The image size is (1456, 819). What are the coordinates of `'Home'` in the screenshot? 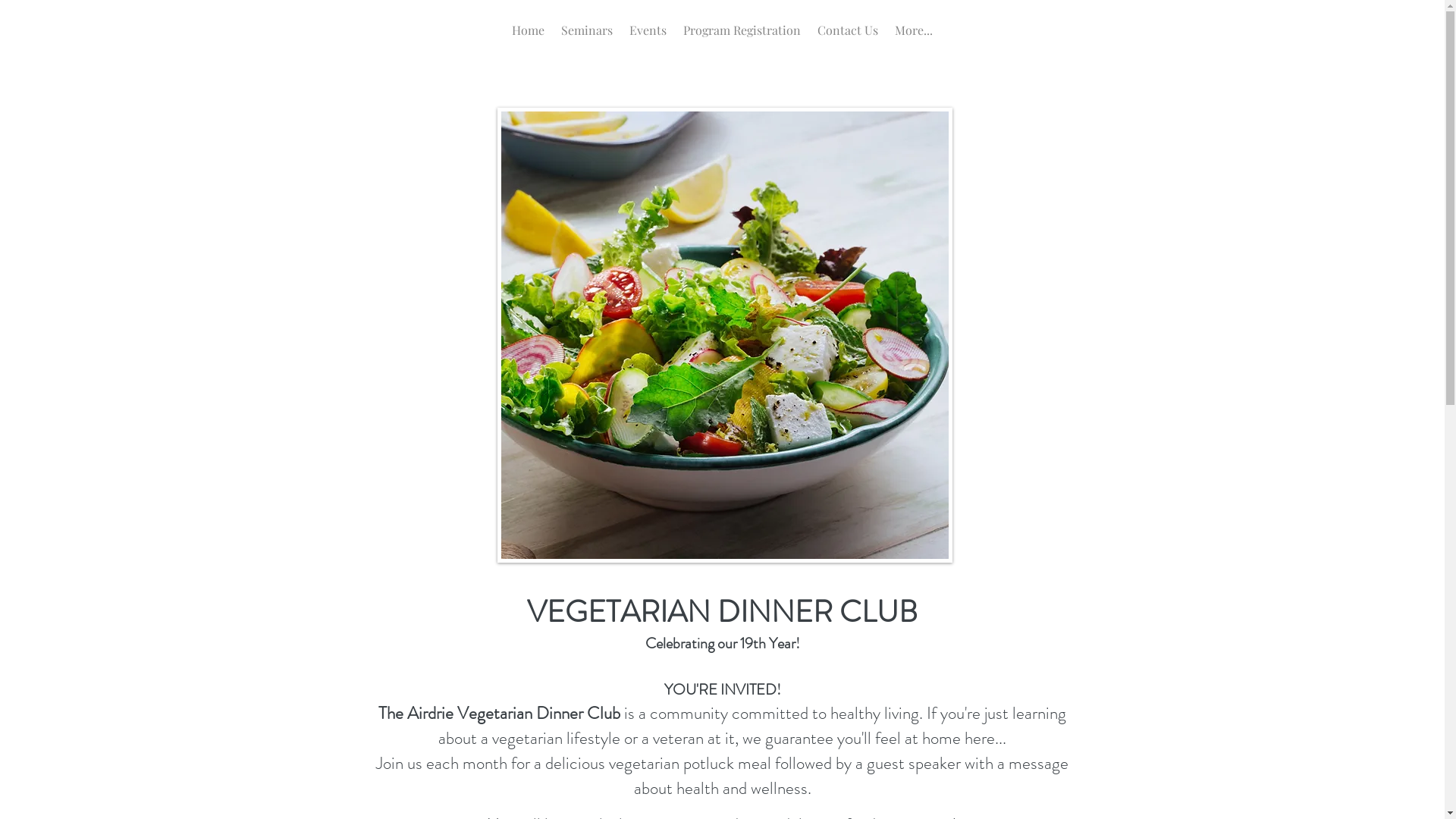 It's located at (528, 34).